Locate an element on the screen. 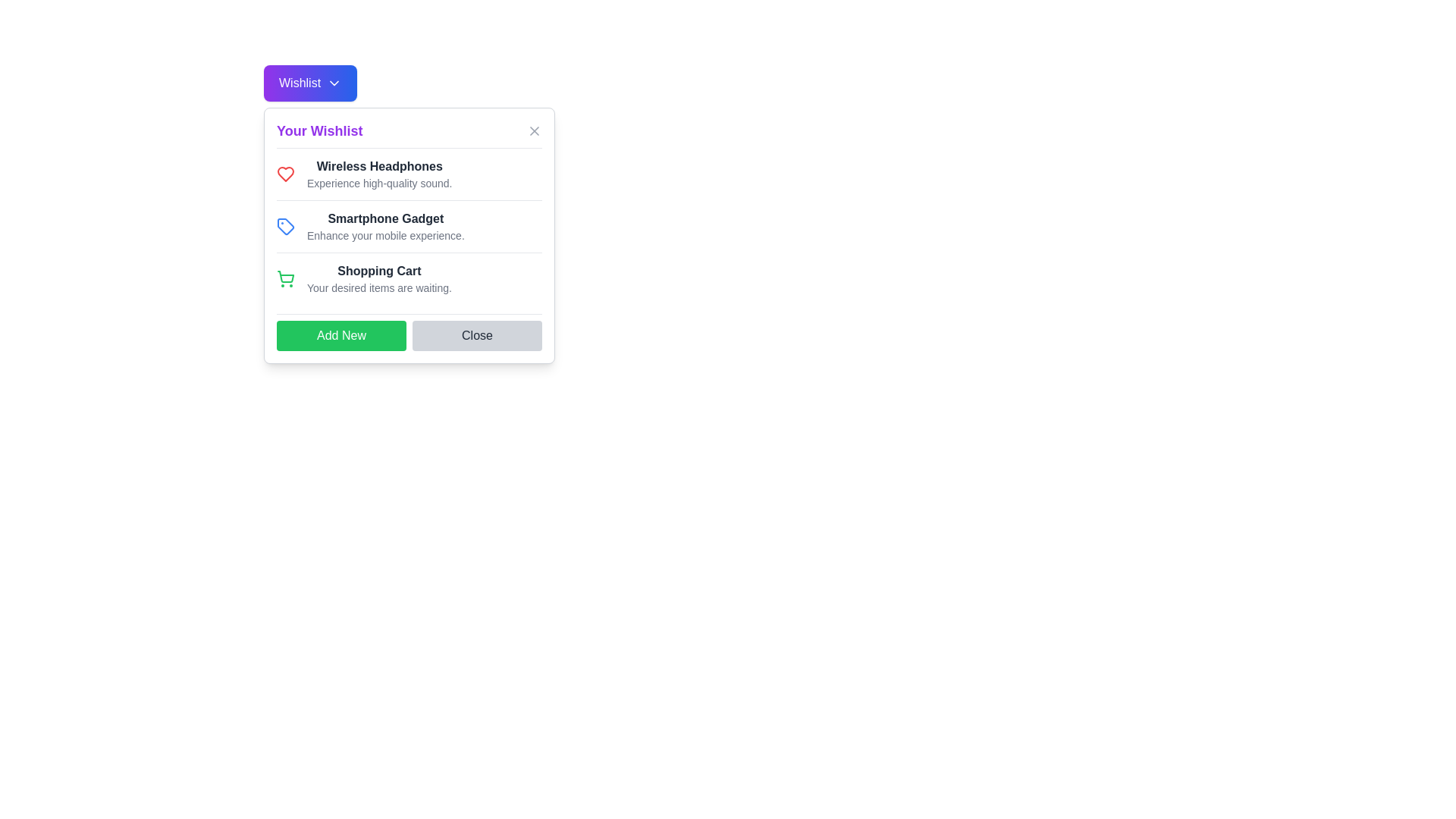 This screenshot has height=819, width=1456. the functionalities of adjacent components related to the product description displayed in the wishlist, located inside the card layout under 'Your Wishlist', positioned below the heart icon is located at coordinates (379, 174).